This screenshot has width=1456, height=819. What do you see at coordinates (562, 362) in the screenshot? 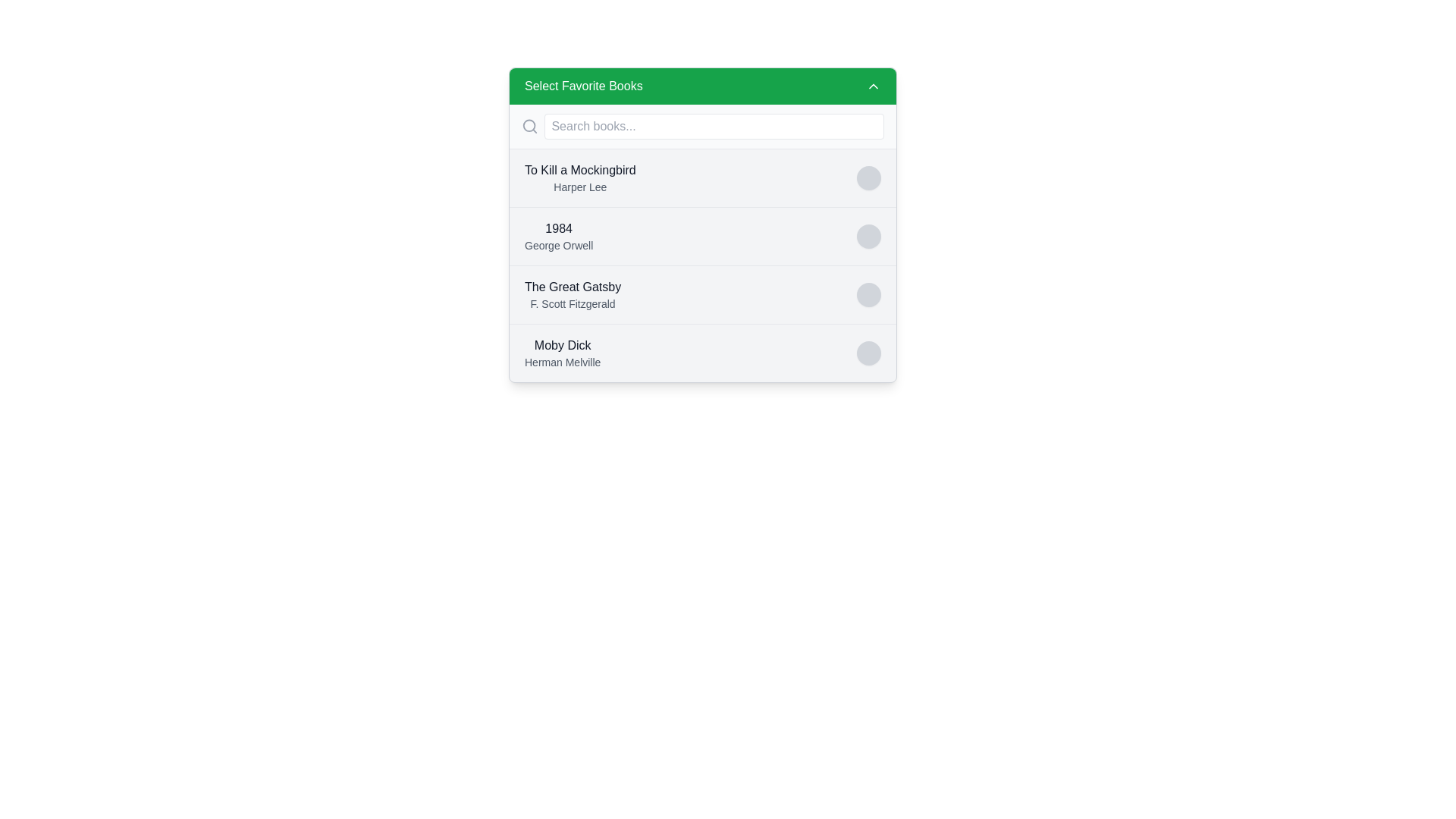
I see `the static text label that contains the text 'Herman Melville', which is styled with a smaller font size and gray color, positioned beneath the title 'Moby Dick'` at bounding box center [562, 362].